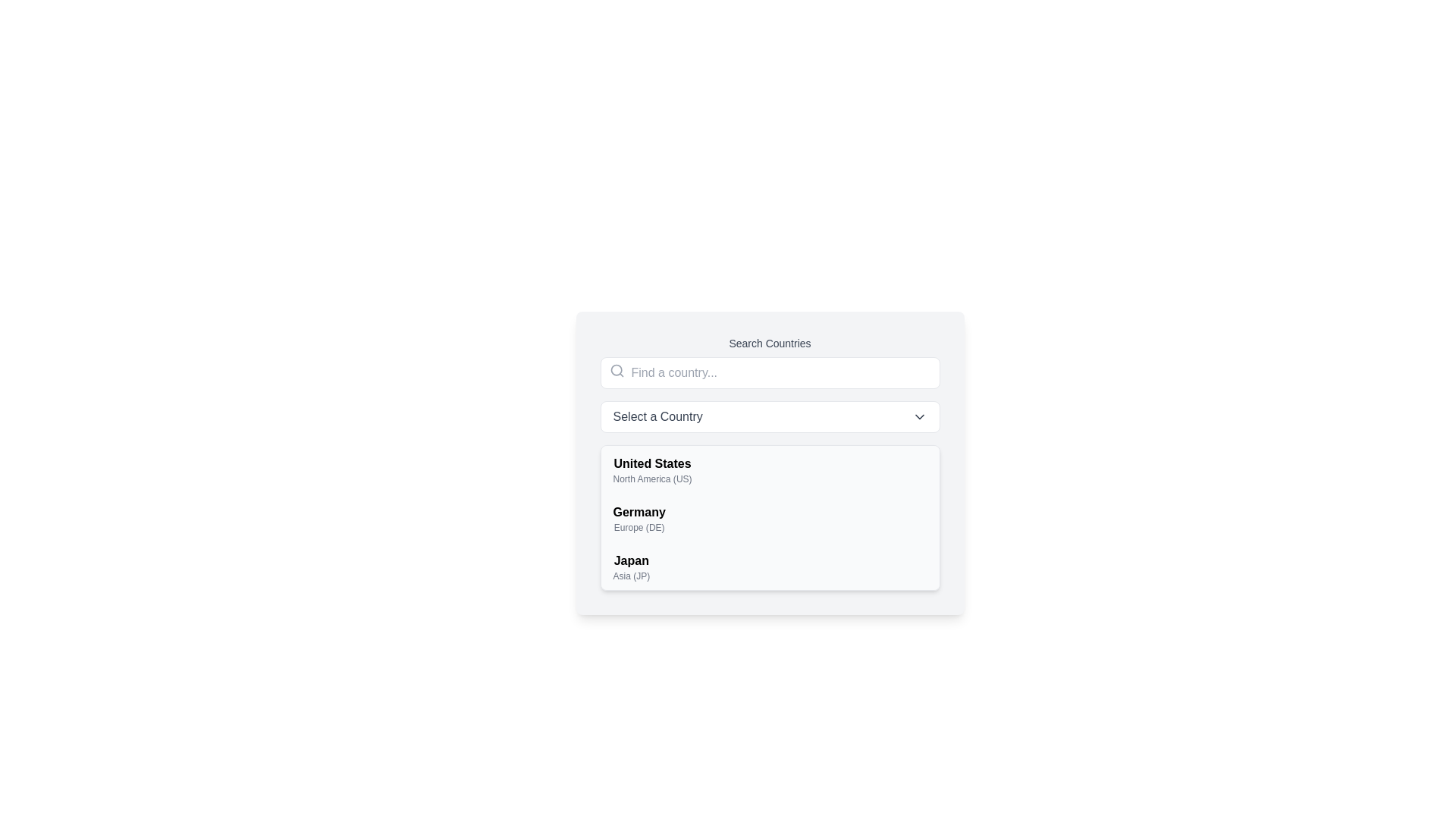  What do you see at coordinates (639, 517) in the screenshot?
I see `the second item in the country selection list` at bounding box center [639, 517].